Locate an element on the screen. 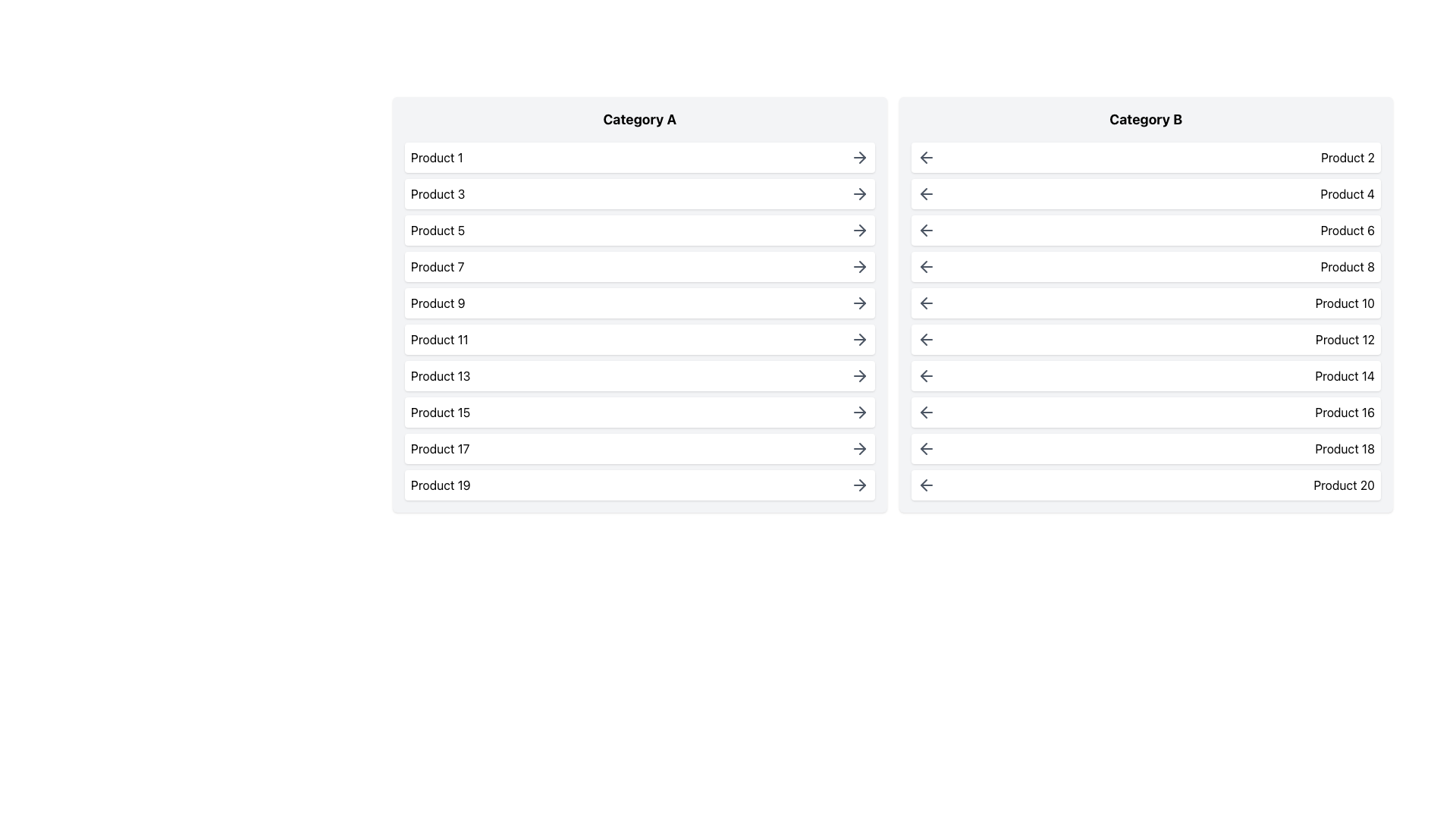 This screenshot has width=1456, height=819. the rightward-pointing arrow icon in the product list UI is located at coordinates (859, 193).